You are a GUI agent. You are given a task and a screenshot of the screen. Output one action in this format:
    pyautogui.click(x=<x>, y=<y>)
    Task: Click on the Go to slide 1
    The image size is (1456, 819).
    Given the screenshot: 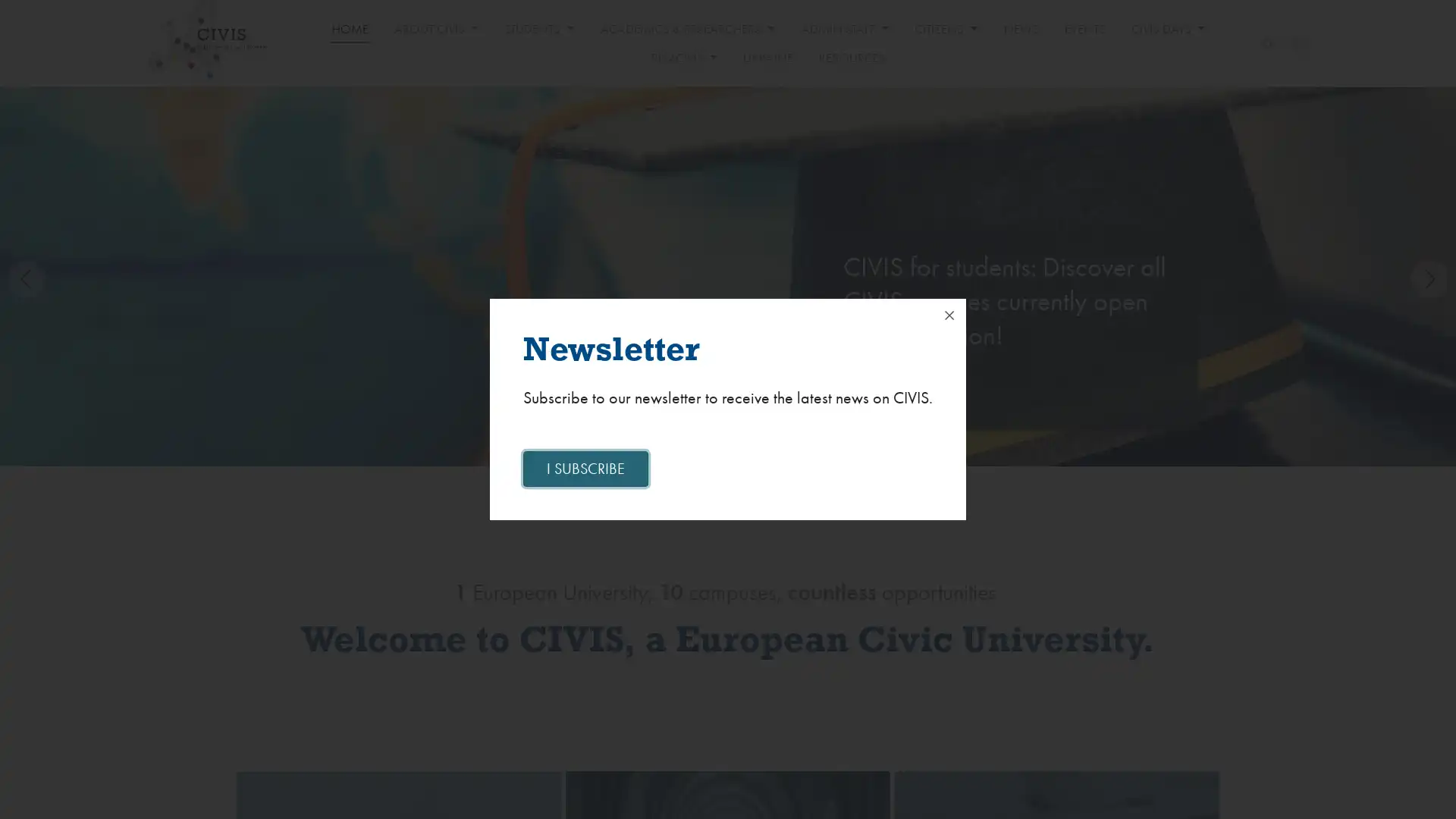 What is the action you would take?
    pyautogui.click(x=691, y=482)
    